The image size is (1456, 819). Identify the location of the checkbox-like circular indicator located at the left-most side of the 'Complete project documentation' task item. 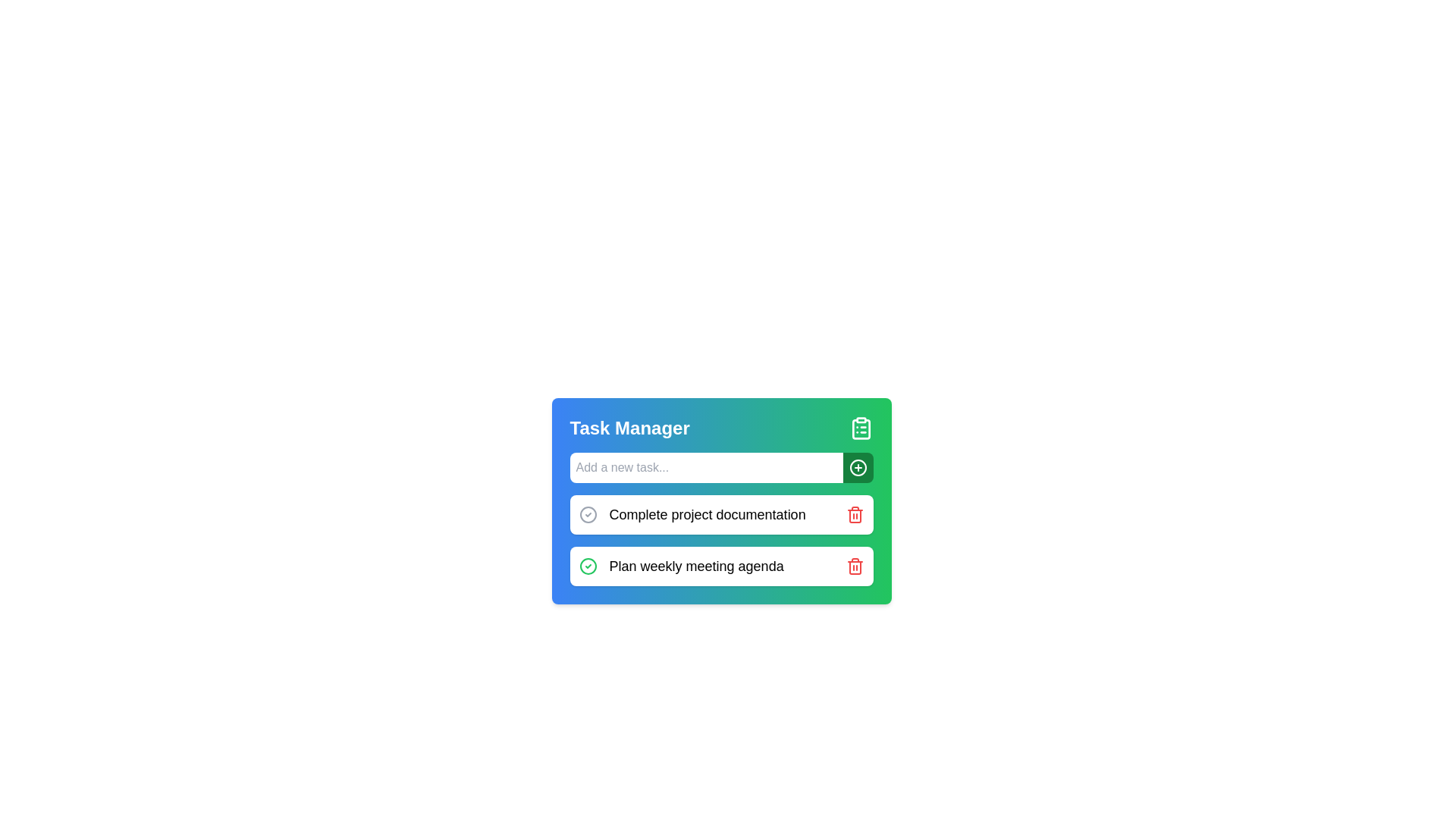
(587, 513).